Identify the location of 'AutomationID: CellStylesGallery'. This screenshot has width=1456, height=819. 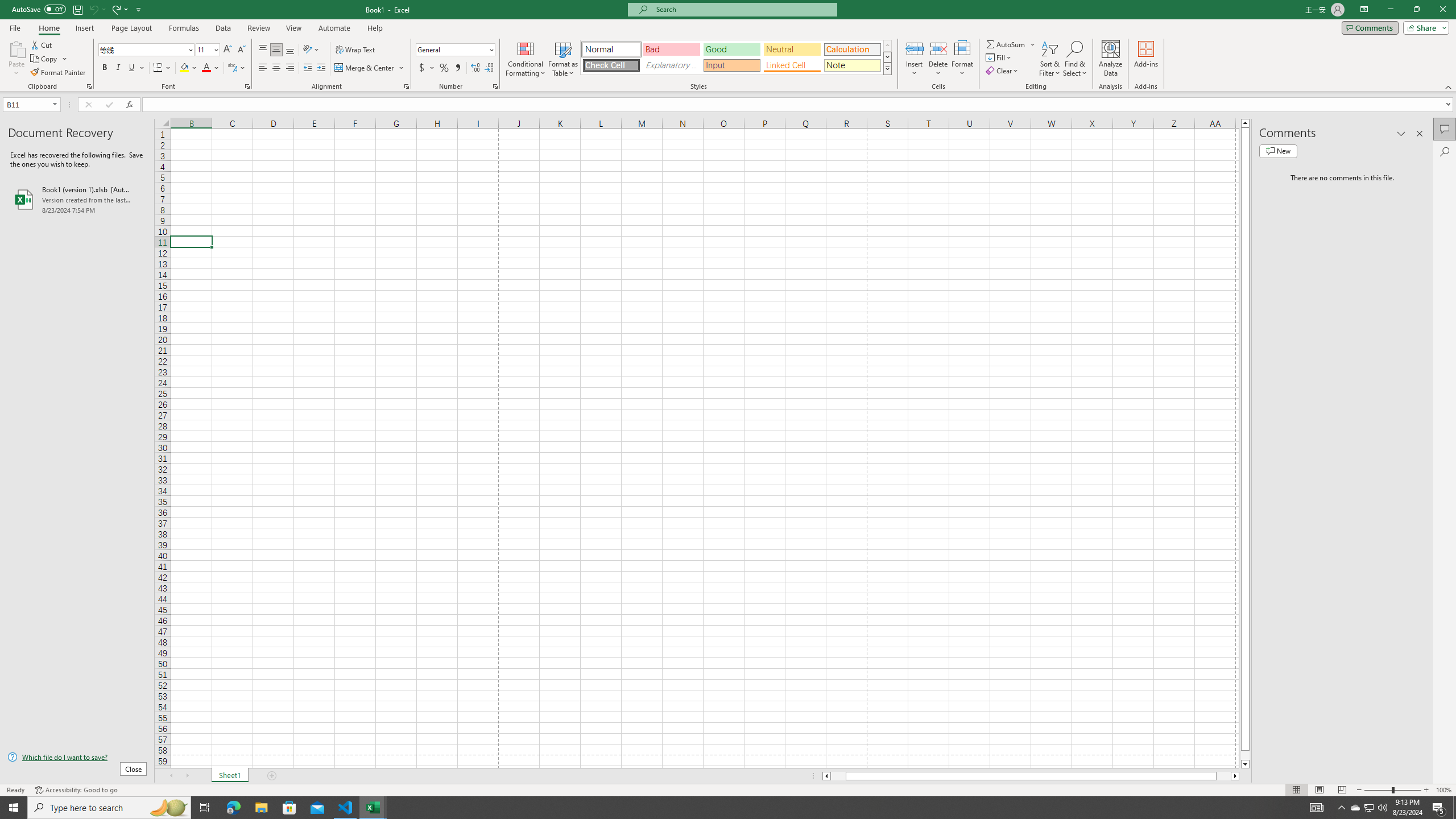
(737, 57).